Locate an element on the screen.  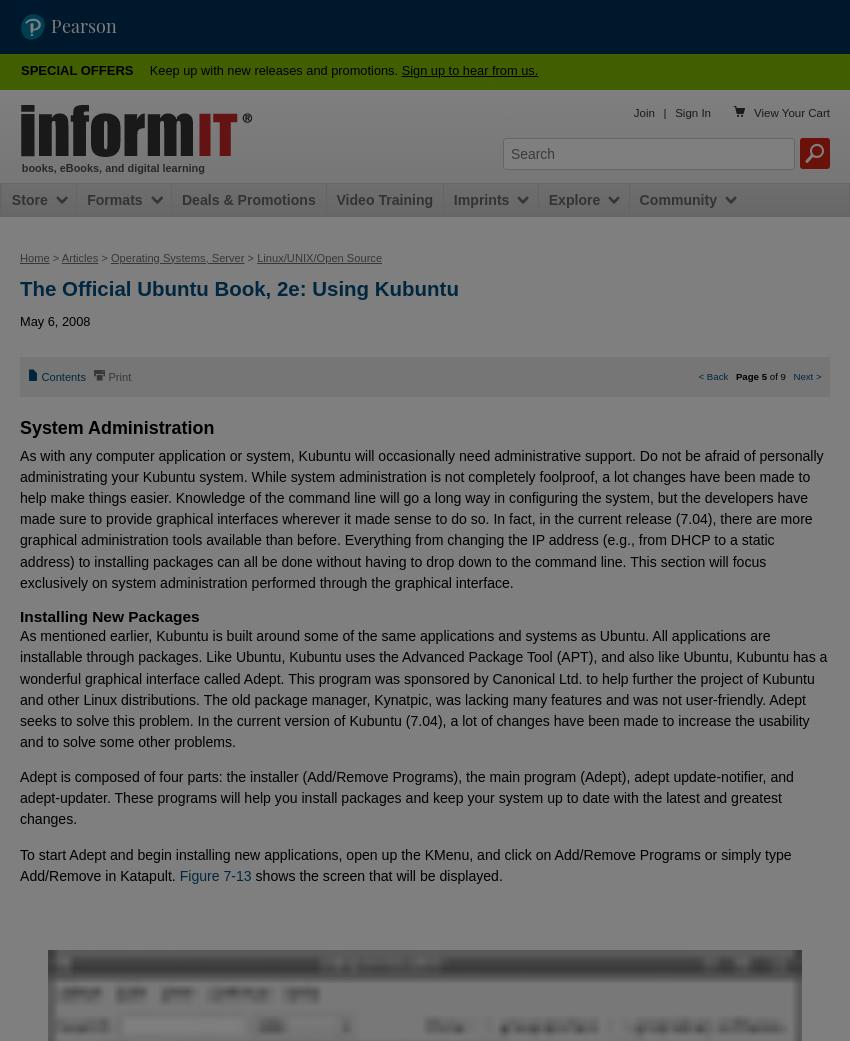
'Adept is composed of four parts: the installer (Add/Remove Programs), the main program (Adept), adept update-notifier, and adept-updater. These programs will help you install packages and keep your system up to date with the latest and greatest changes.' is located at coordinates (406, 798).